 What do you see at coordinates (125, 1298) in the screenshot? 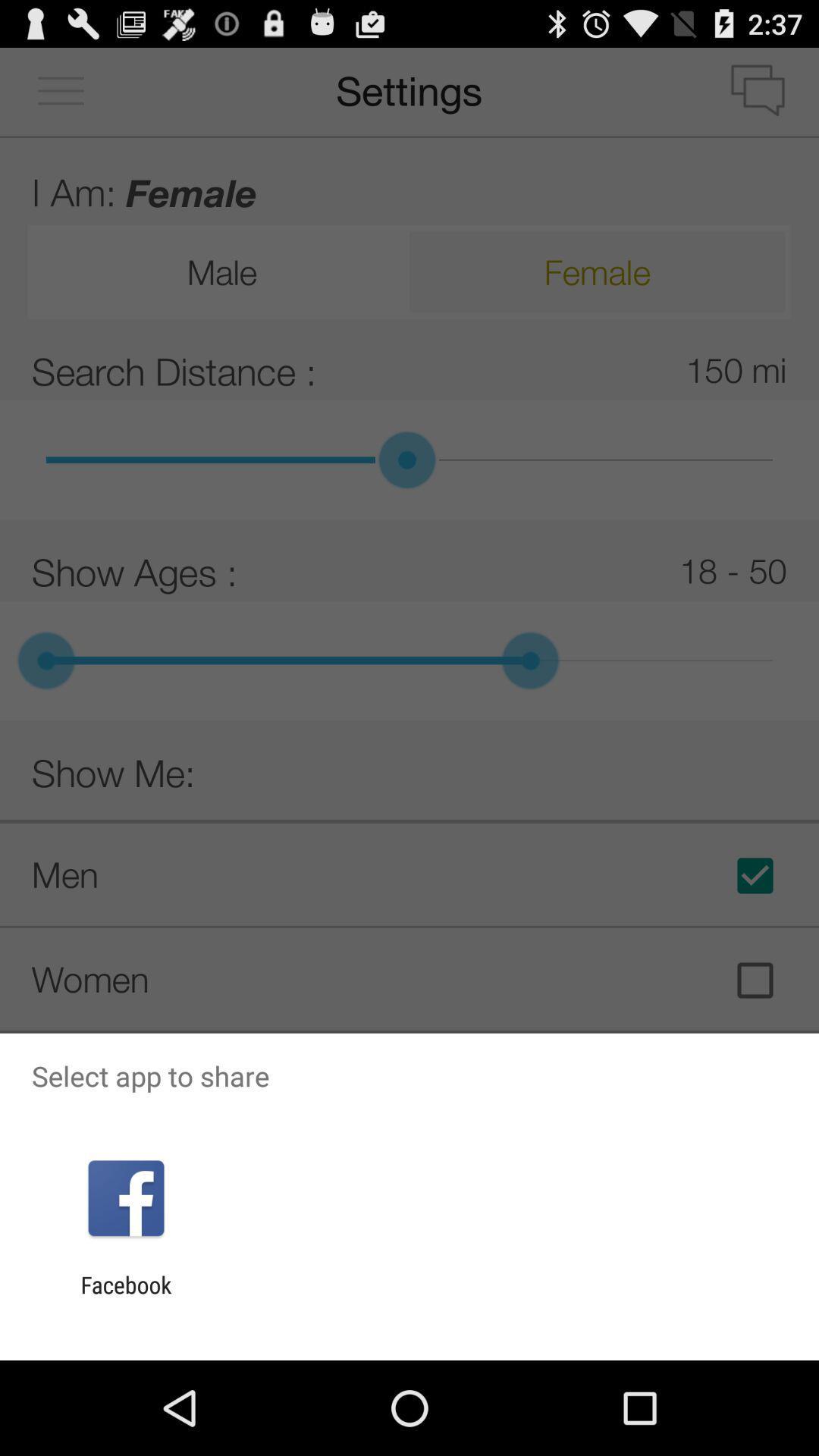
I see `facebook app` at bounding box center [125, 1298].